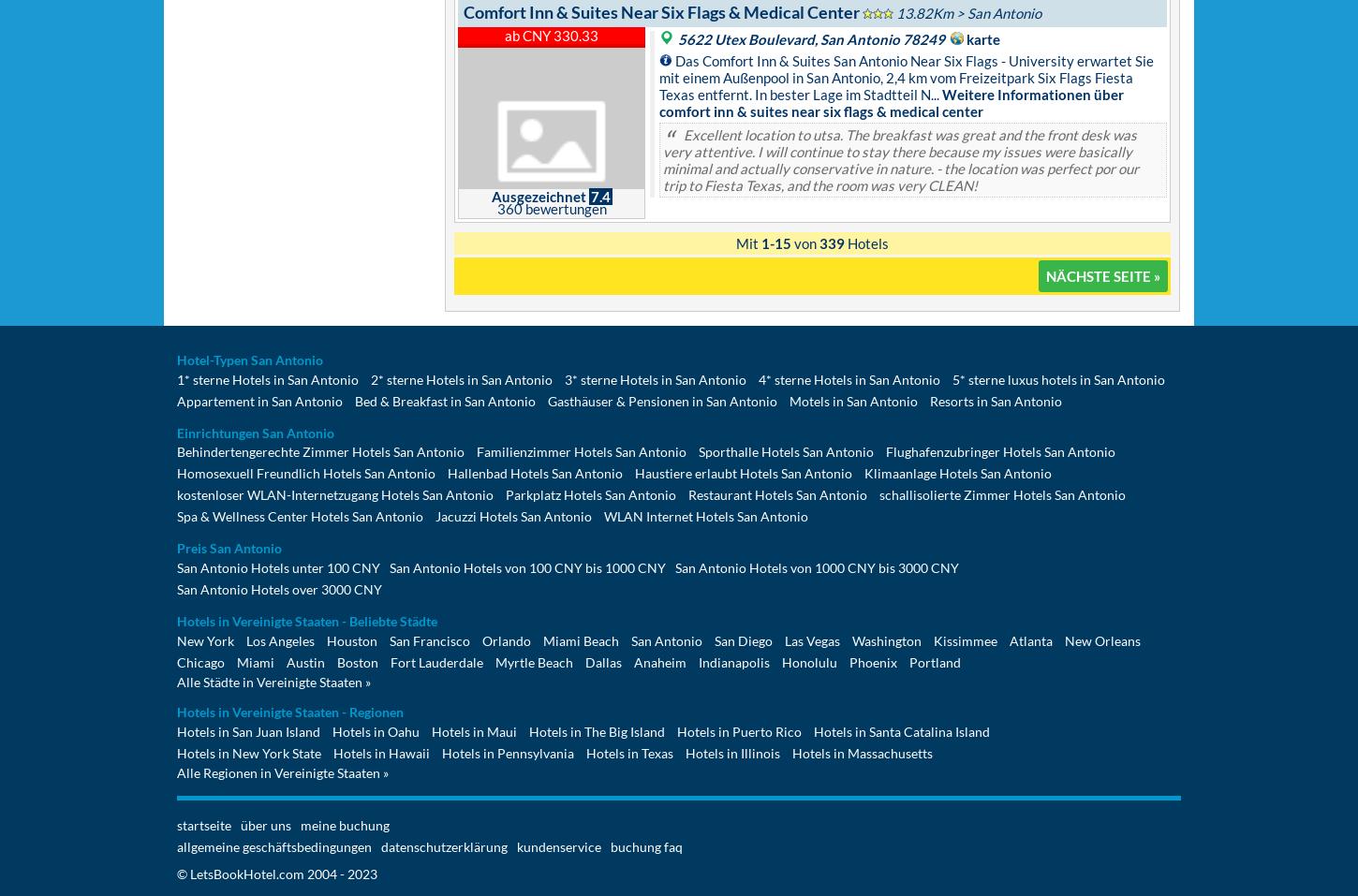  I want to click on 'Indianapolis', so click(734, 662).